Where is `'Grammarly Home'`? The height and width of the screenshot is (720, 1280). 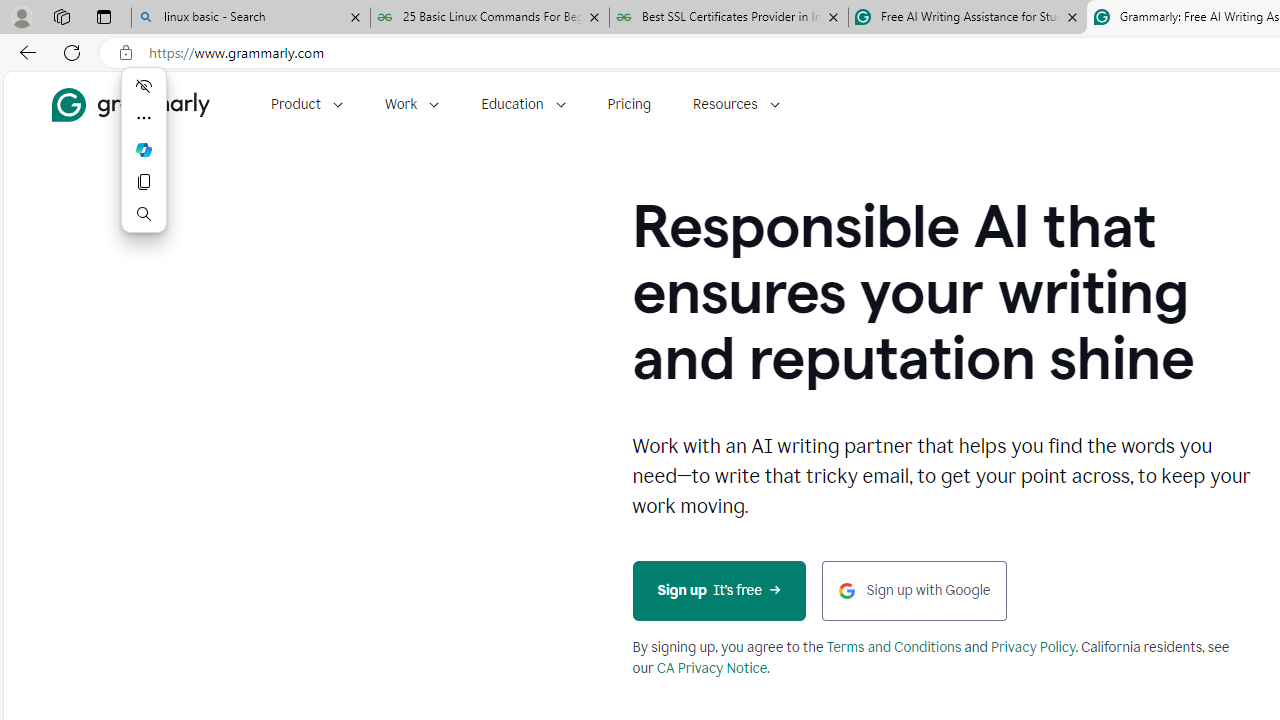
'Grammarly Home' is located at coordinates (130, 104).